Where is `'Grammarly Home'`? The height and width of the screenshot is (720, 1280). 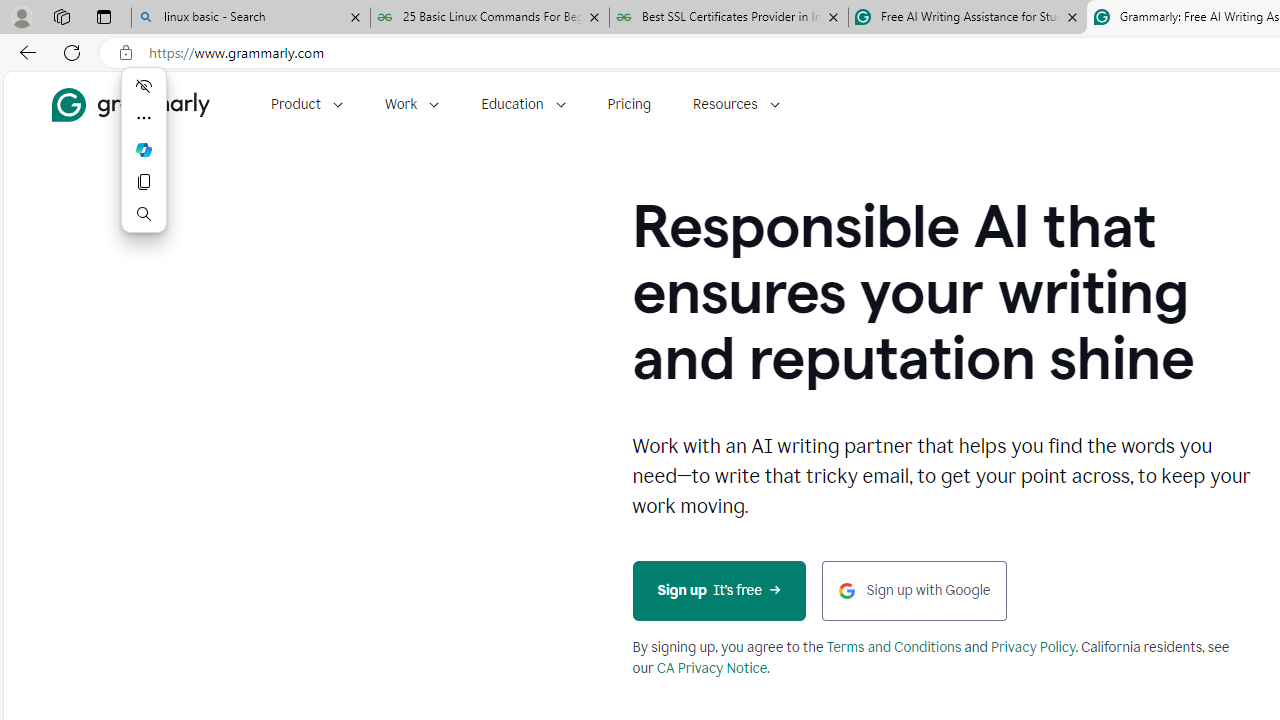
'Grammarly Home' is located at coordinates (130, 104).